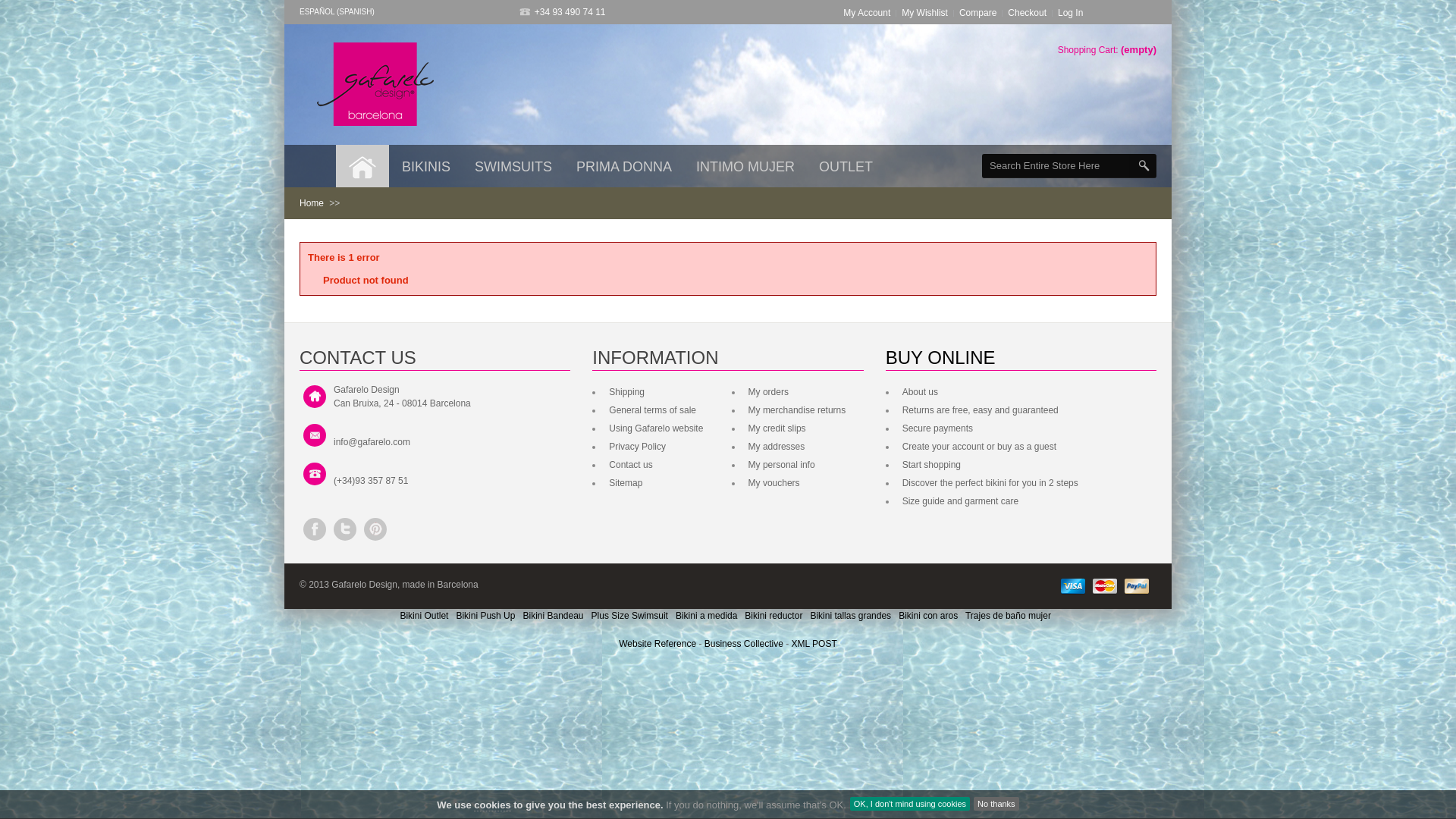 The height and width of the screenshot is (819, 1456). Describe the element at coordinates (814, 643) in the screenshot. I see `'XML POST'` at that location.